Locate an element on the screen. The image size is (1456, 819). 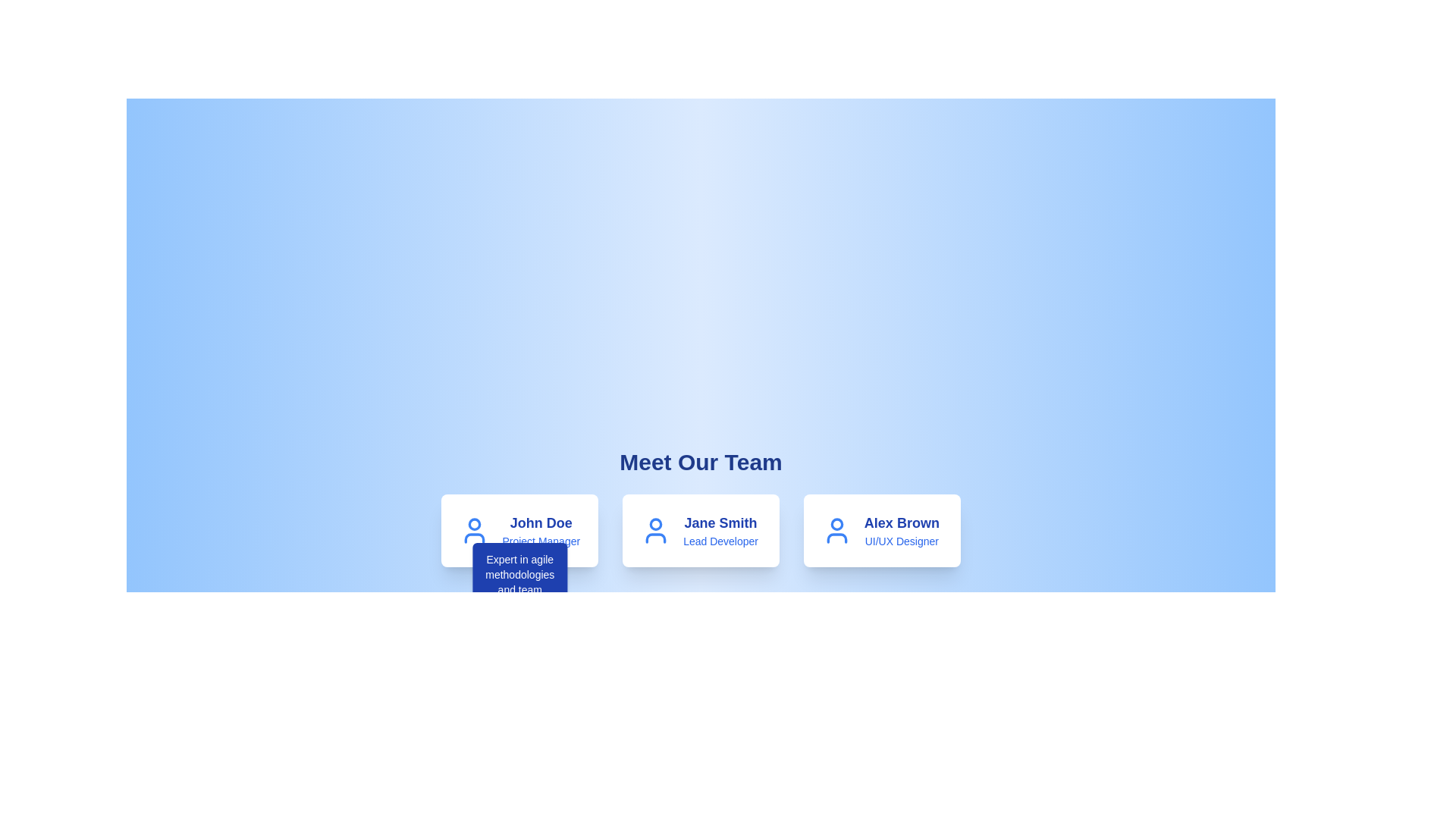
the blue user icon representing John Doe, which is styled as an outline of a person and located at the left side of the card's header area is located at coordinates (474, 529).